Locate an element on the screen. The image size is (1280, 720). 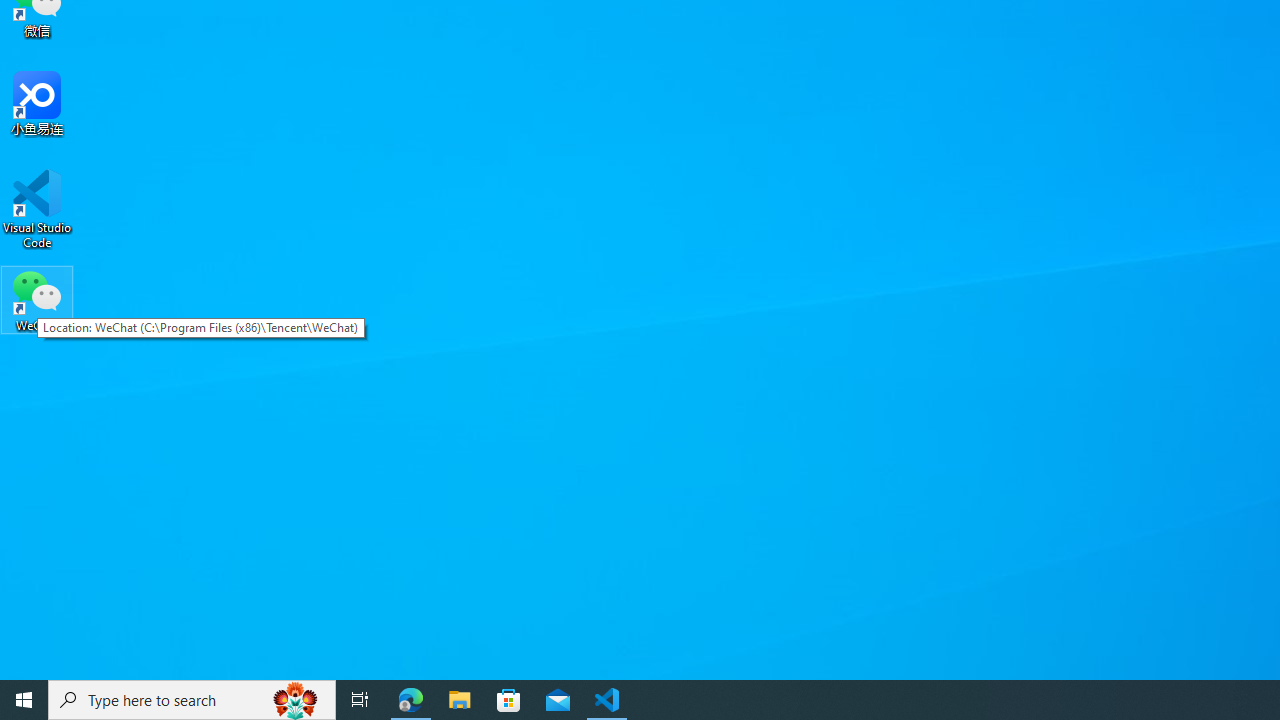
'File Explorer' is located at coordinates (459, 698).